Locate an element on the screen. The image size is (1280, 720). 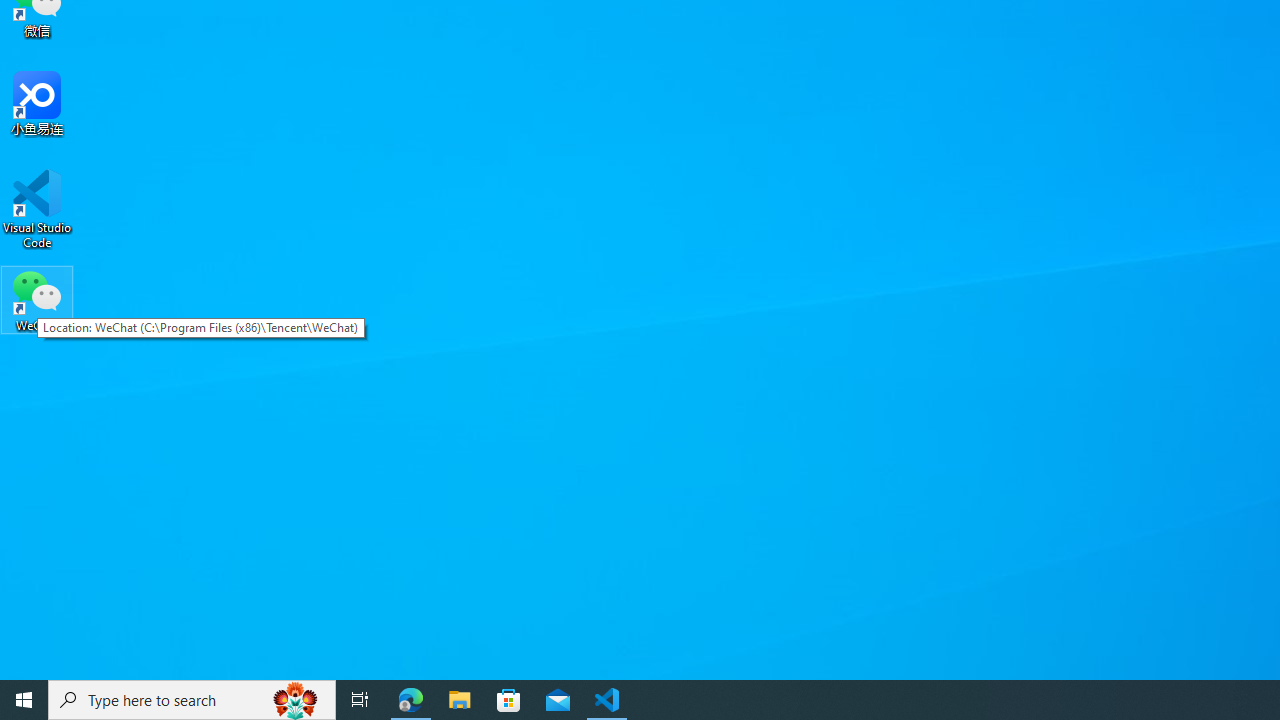
'File Explorer' is located at coordinates (459, 698).